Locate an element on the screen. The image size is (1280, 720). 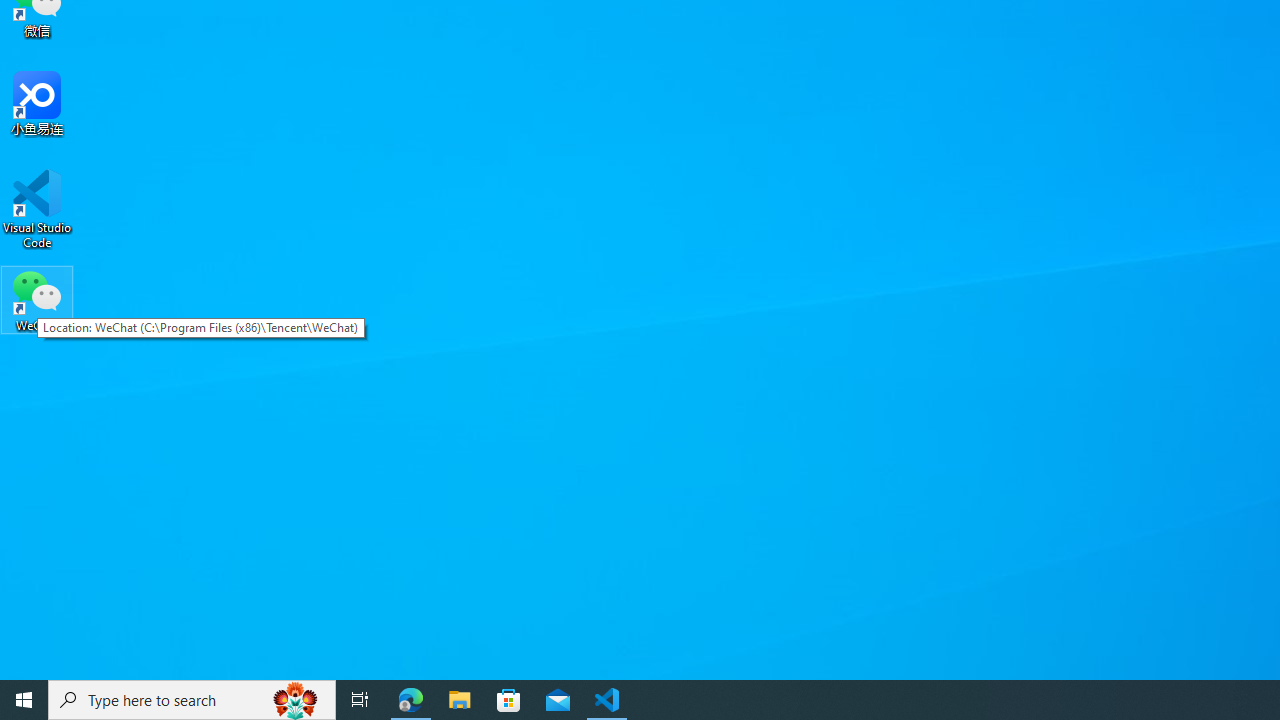
'File Explorer' is located at coordinates (459, 698).